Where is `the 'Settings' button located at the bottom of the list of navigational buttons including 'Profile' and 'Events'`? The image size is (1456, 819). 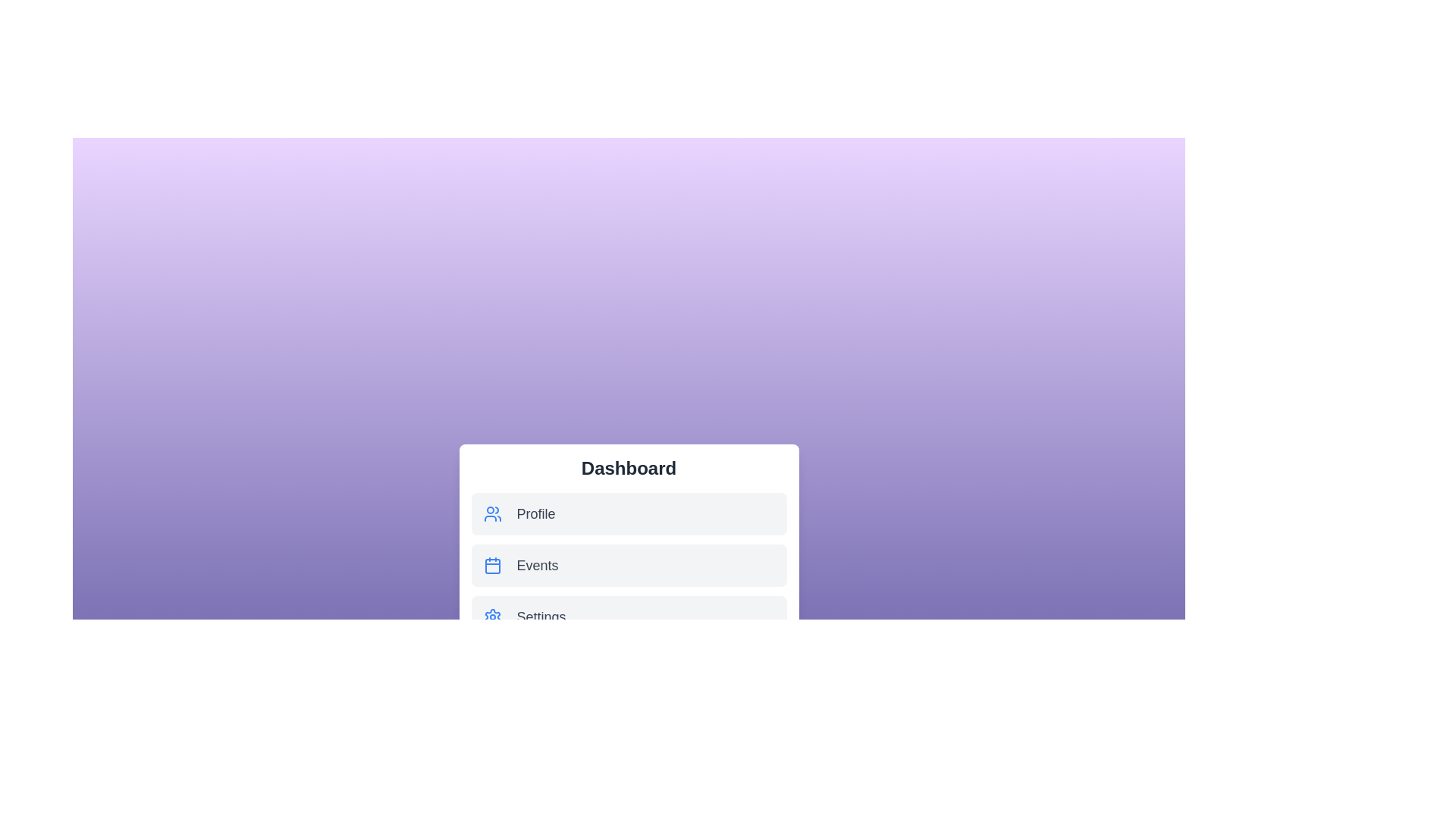
the 'Settings' button located at the bottom of the list of navigational buttons including 'Profile' and 'Events' is located at coordinates (629, 617).